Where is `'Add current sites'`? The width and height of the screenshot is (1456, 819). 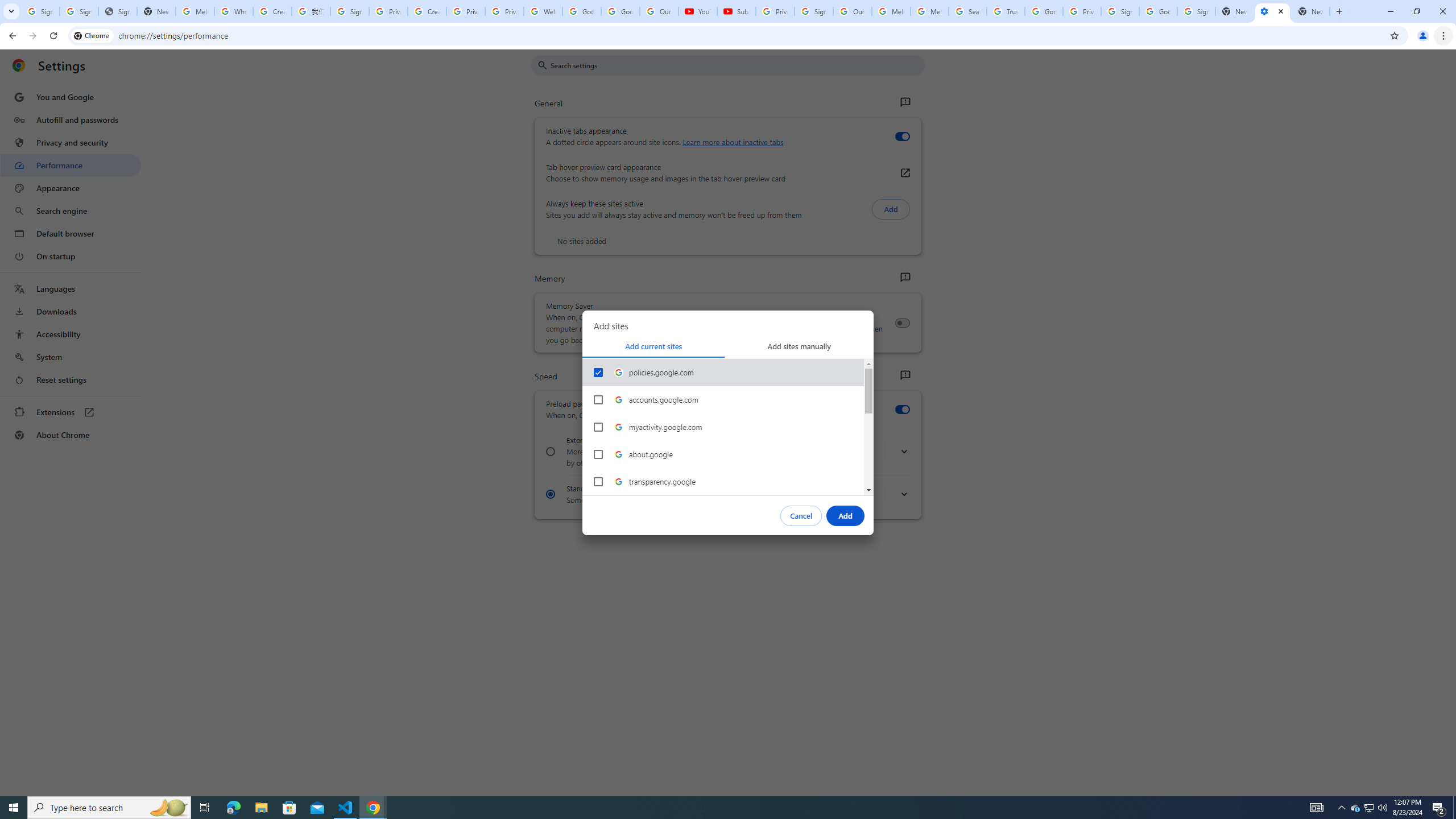
'Add current sites' is located at coordinates (653, 346).